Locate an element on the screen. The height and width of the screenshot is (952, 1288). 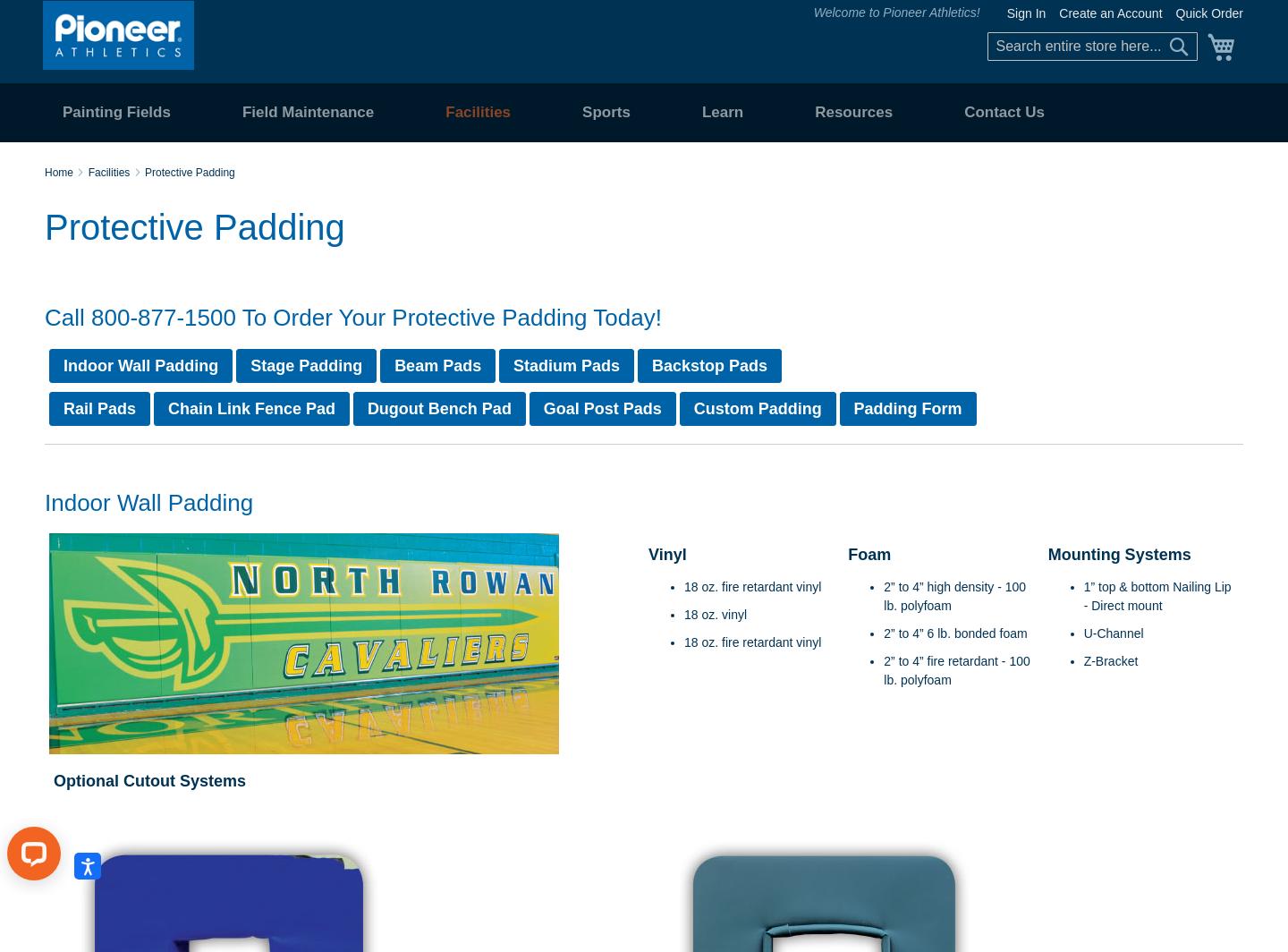
'Rail Pads' is located at coordinates (99, 408).